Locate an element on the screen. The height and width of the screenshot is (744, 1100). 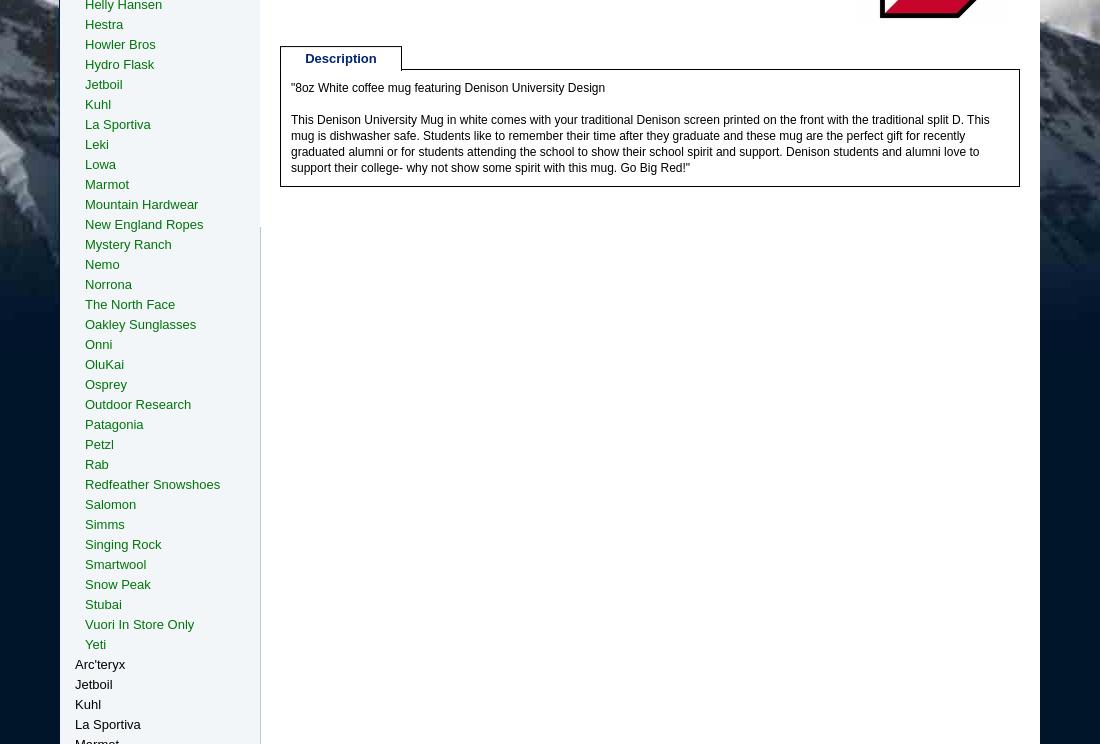
'Marmot' is located at coordinates (107, 183).